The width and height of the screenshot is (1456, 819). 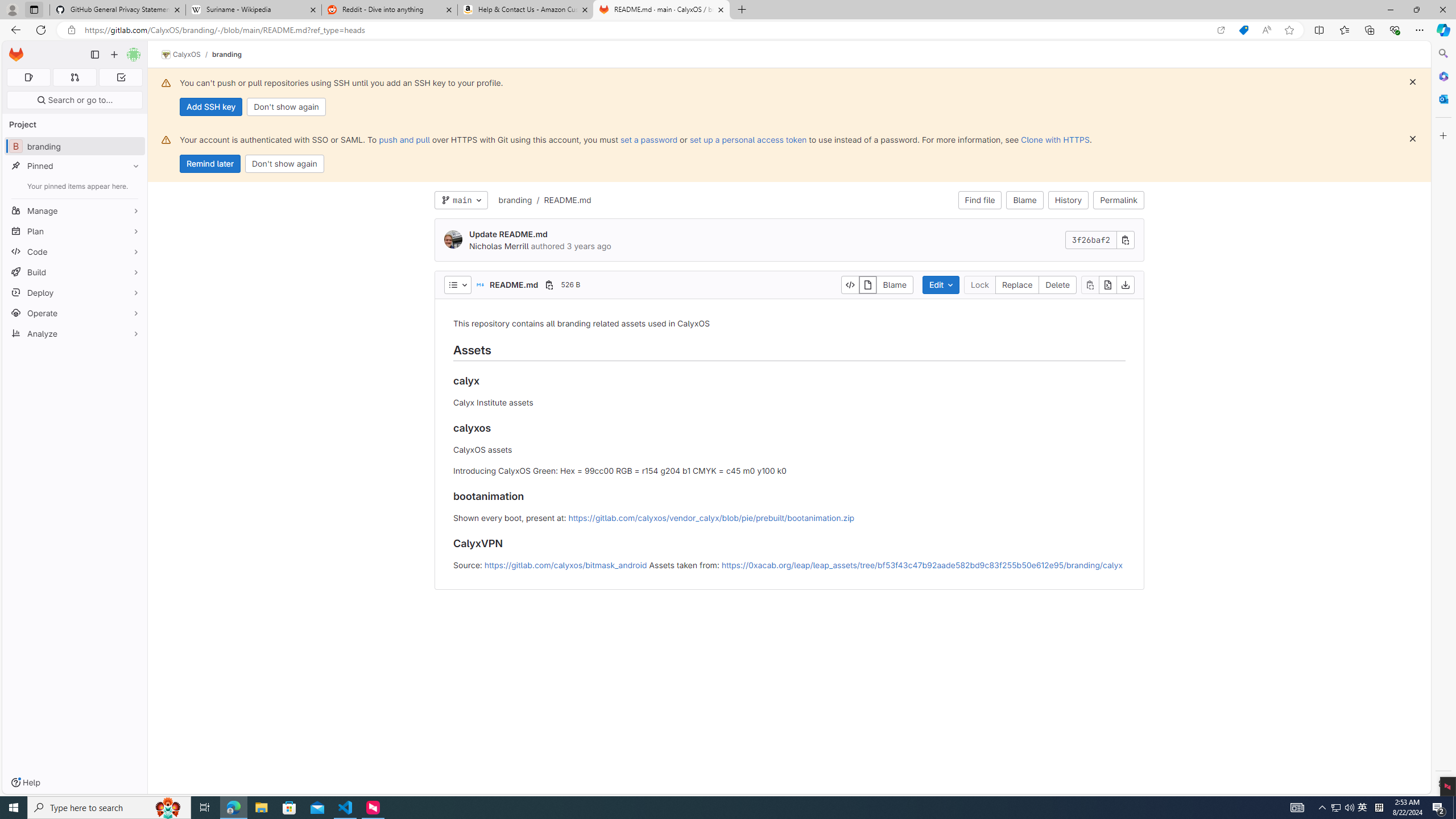 I want to click on 'Blame', so click(x=1024, y=200).